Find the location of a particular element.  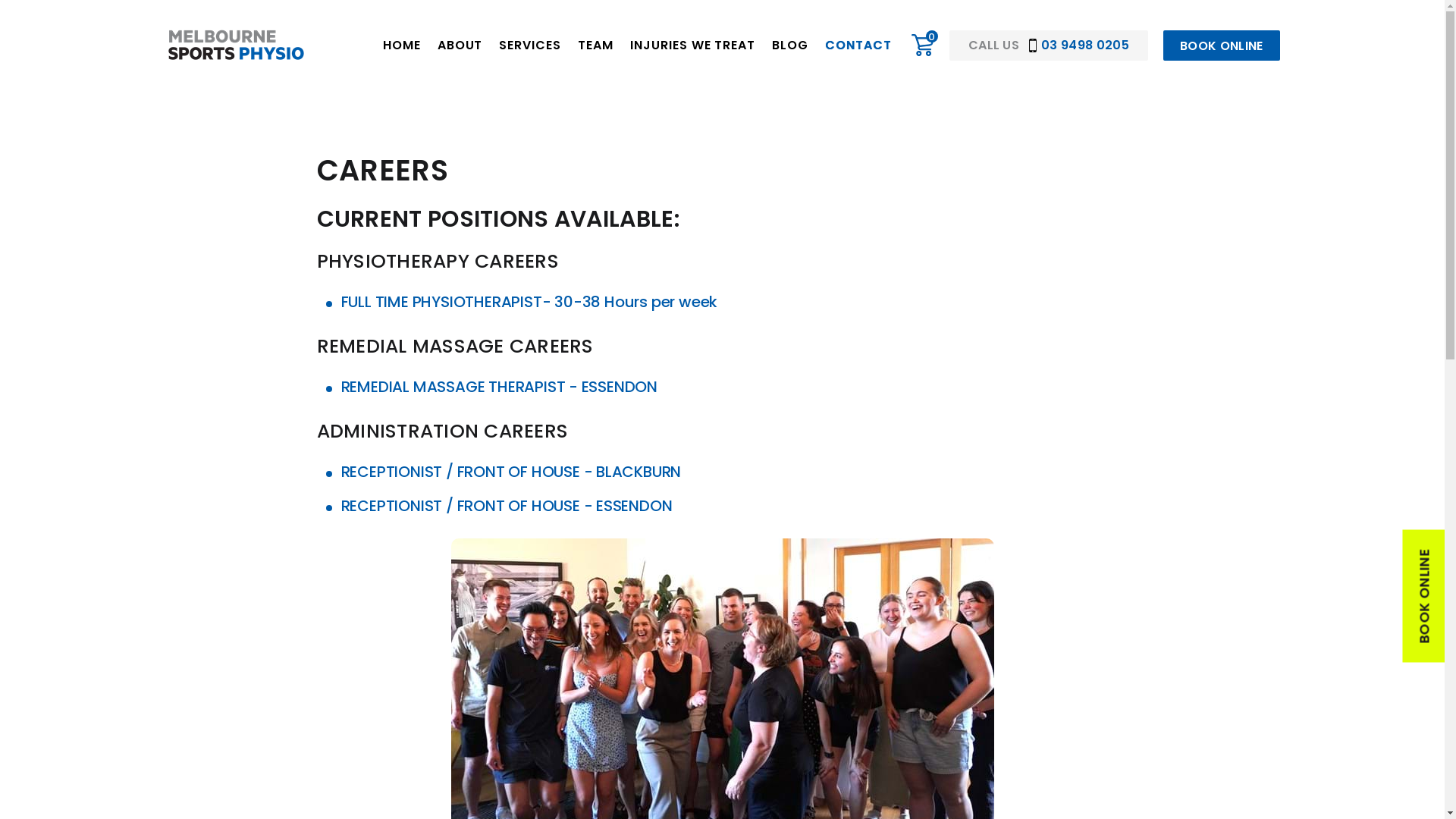

'RECEPTIONIST / FRONT OF HOUSE - BLACKBURN' is located at coordinates (511, 470).